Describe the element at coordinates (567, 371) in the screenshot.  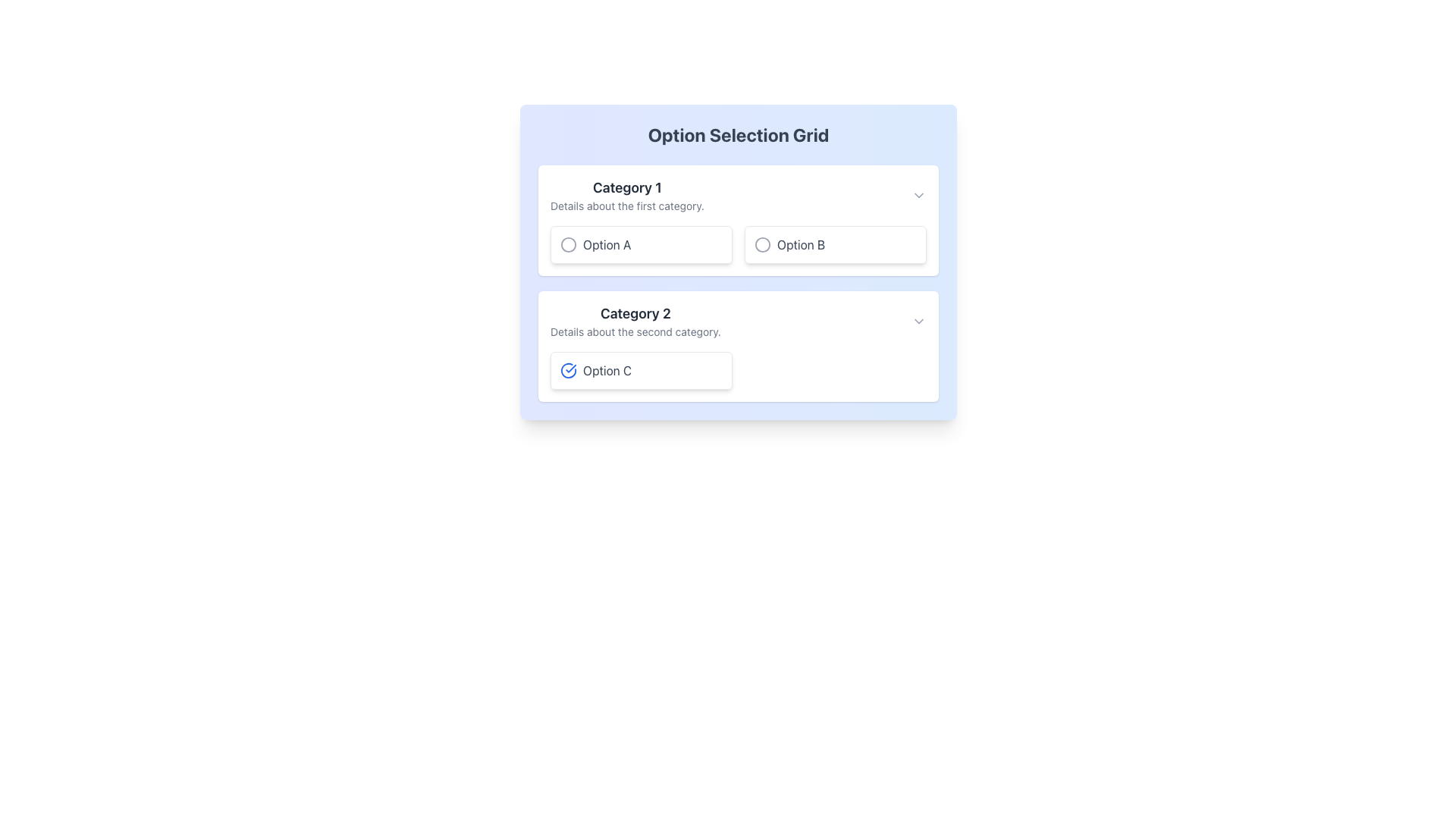
I see `the blue circular icon with a checkmark inside the 'Option C' block of the Category 2 section` at that location.